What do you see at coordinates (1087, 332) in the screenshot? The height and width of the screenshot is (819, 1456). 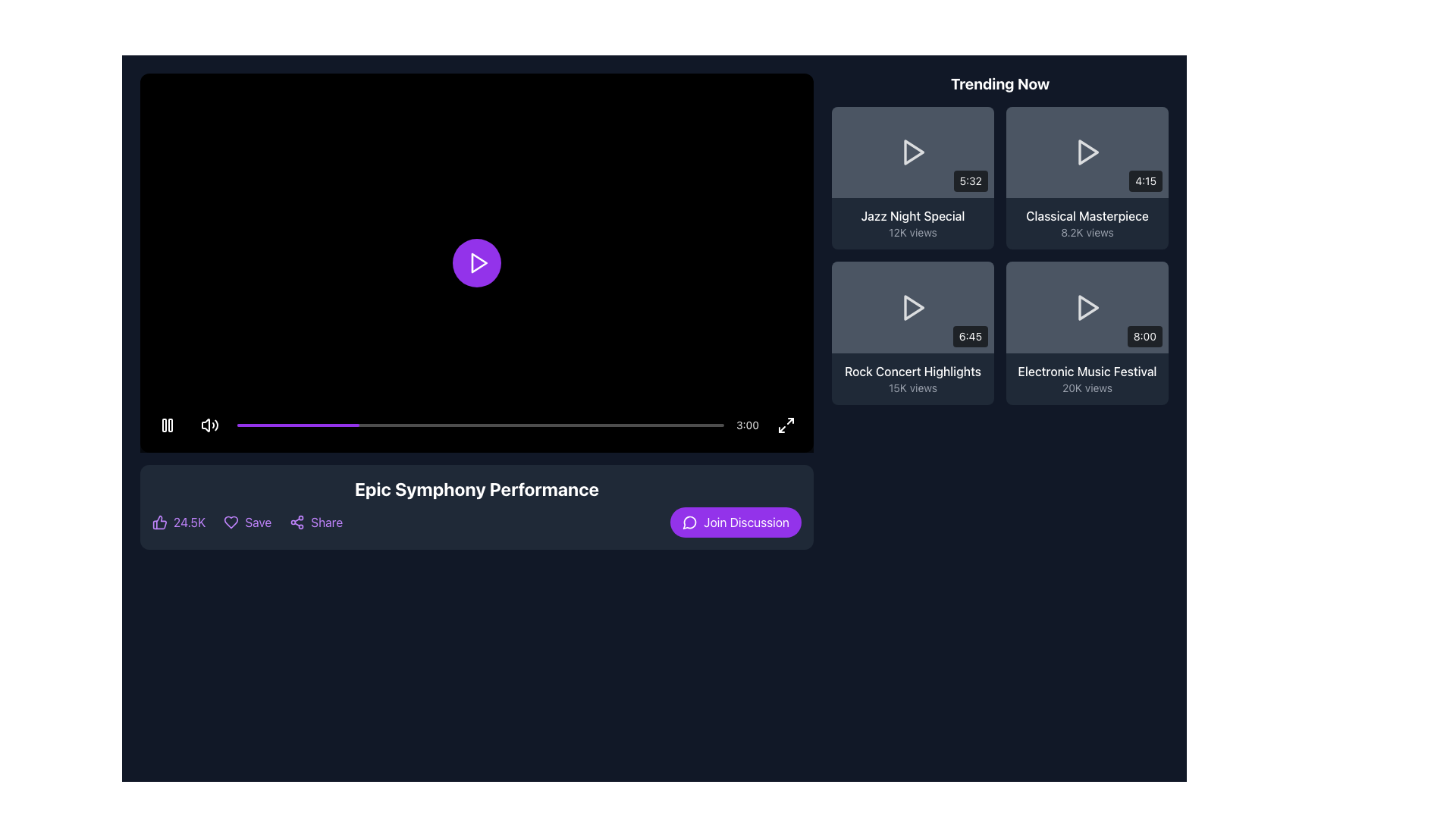 I see `the interactive card titled 'Electronic Music Festival' located` at bounding box center [1087, 332].